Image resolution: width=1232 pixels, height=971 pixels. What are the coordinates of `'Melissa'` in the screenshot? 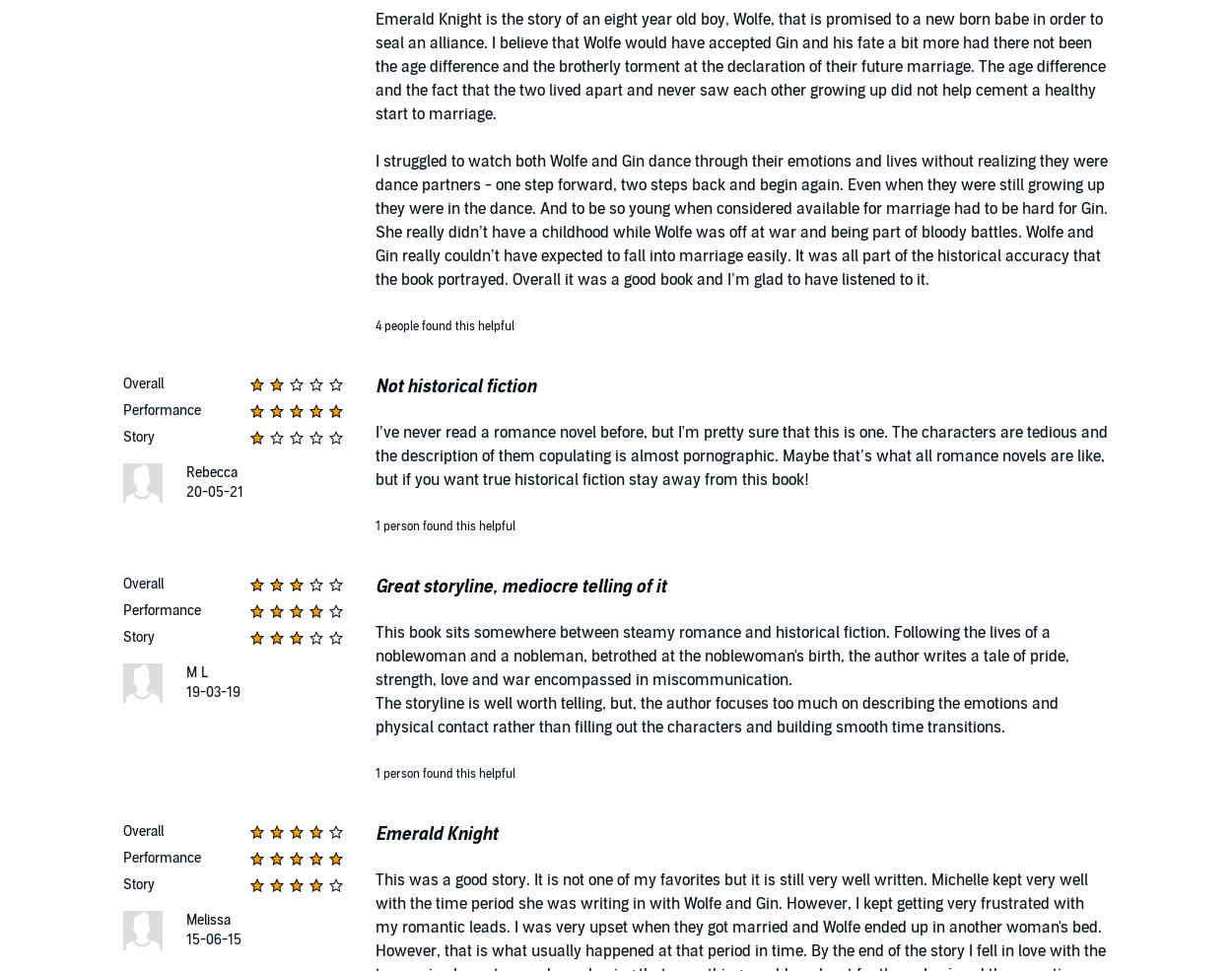 It's located at (207, 920).